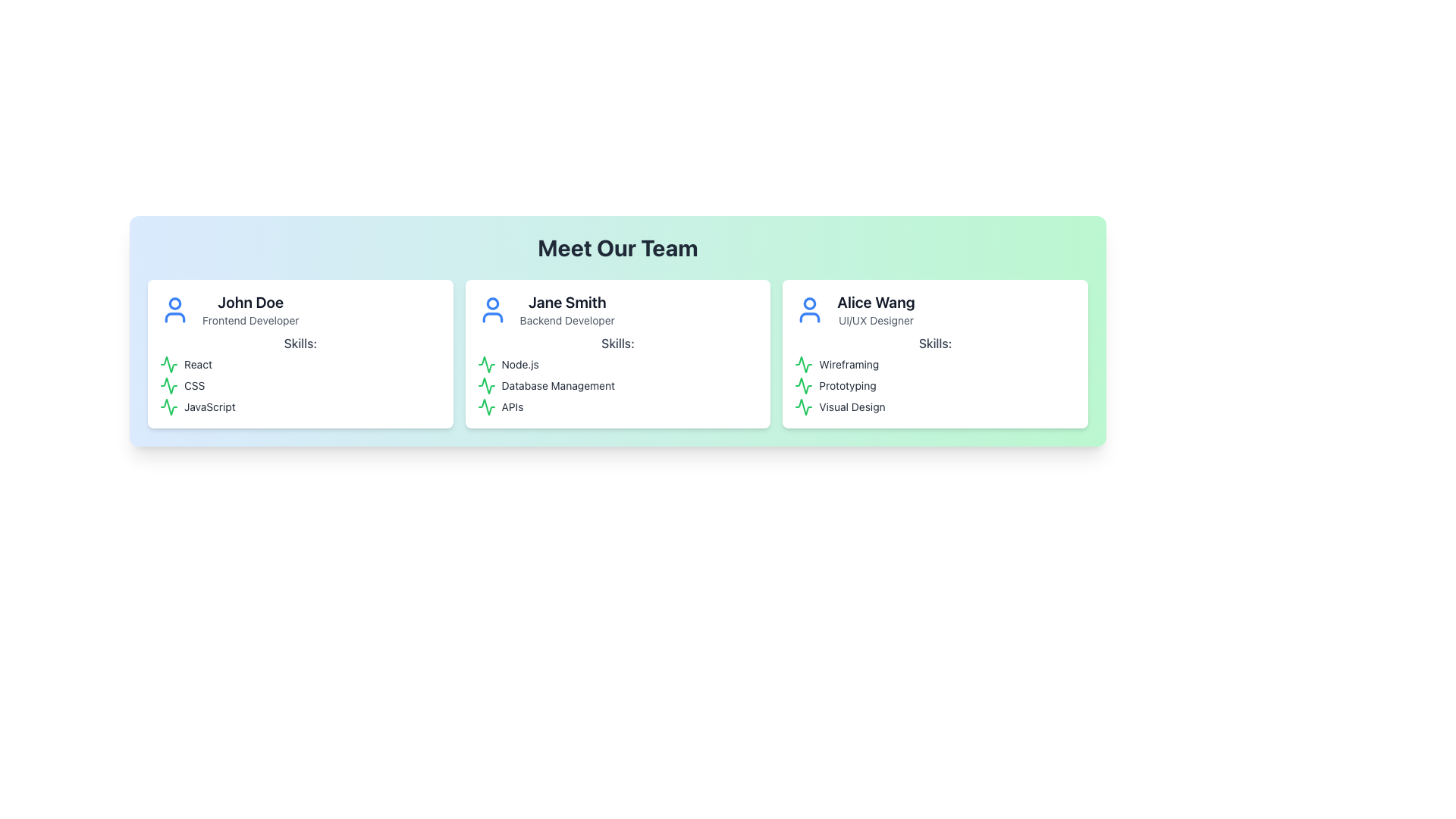 This screenshot has height=819, width=1456. What do you see at coordinates (934, 343) in the screenshot?
I see `the 'Skills:' text label located within Alice Wang's profile card, positioned directly below the 'UI/UX Designer' designation` at bounding box center [934, 343].